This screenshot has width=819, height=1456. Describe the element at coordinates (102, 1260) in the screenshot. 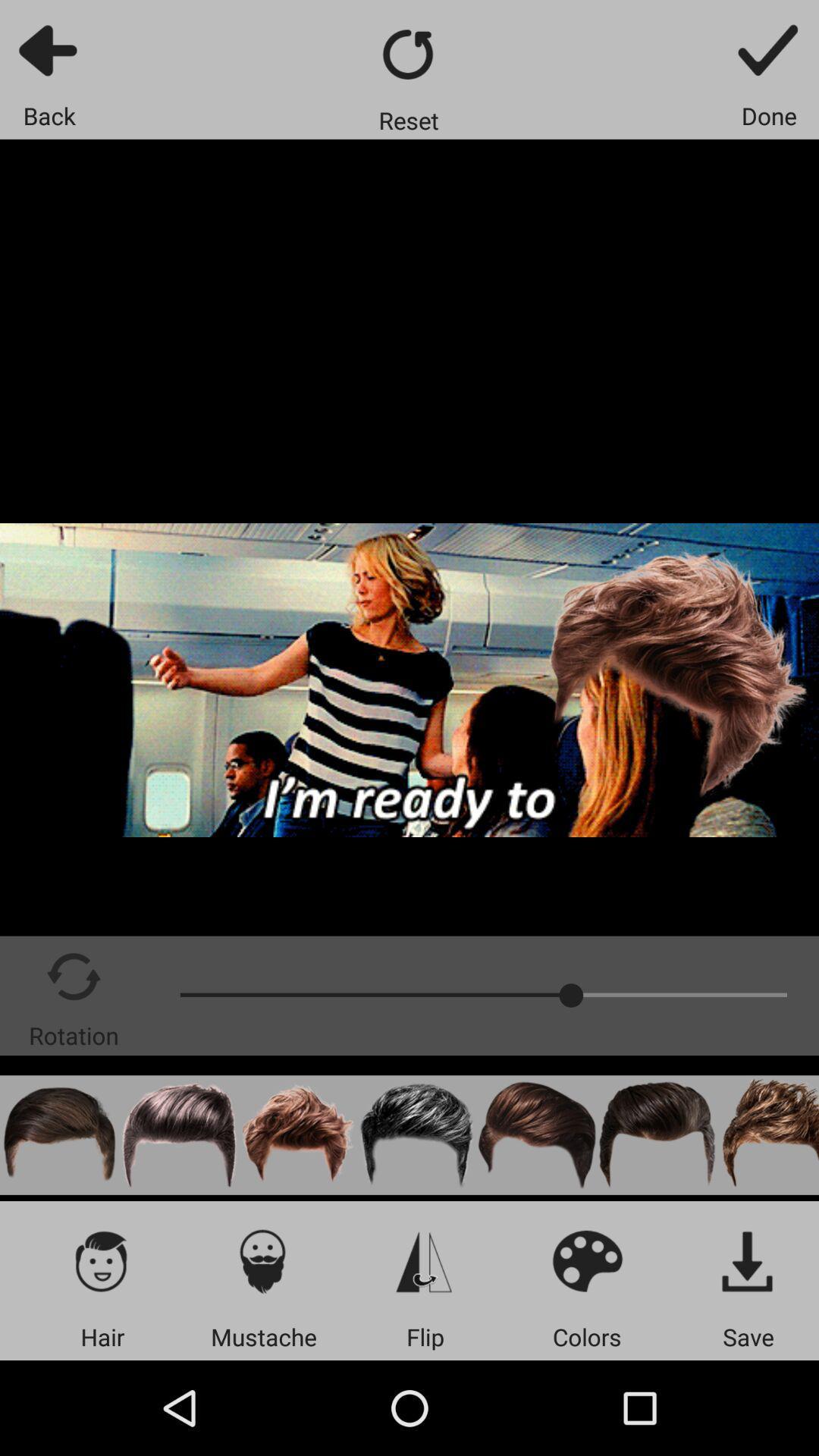

I see `the item above hair icon` at that location.